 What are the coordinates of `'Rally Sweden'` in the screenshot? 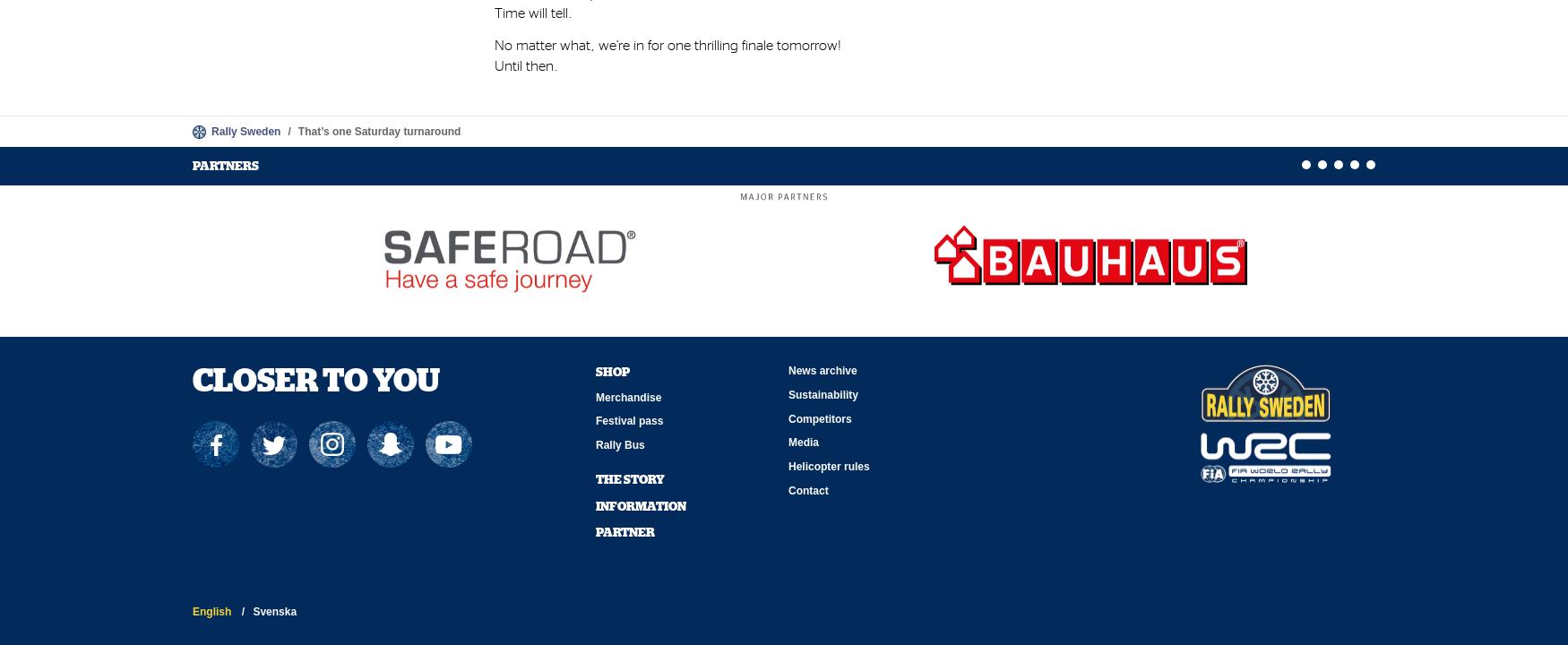 It's located at (245, 130).